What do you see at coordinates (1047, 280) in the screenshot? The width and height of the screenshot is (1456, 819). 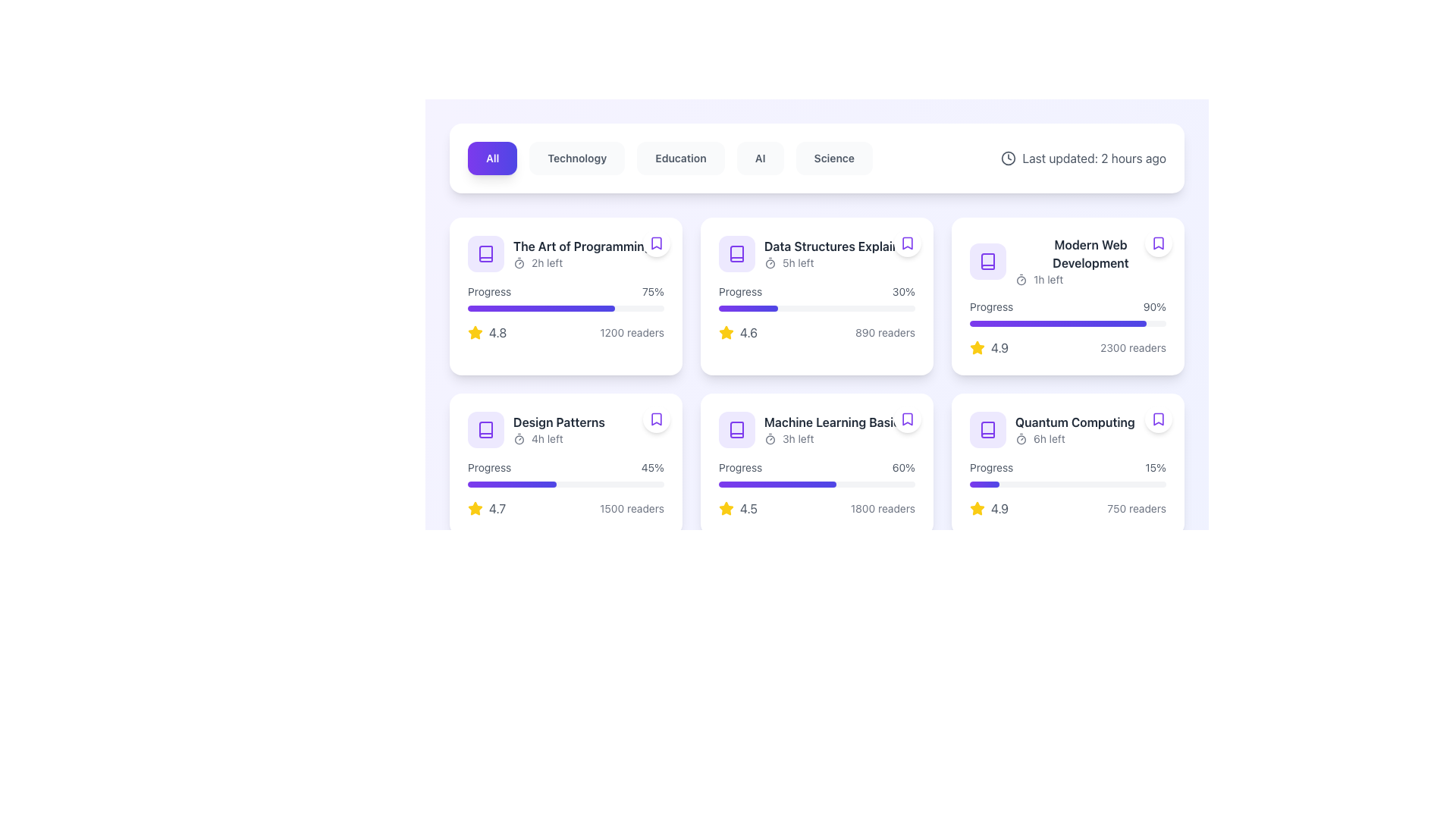 I see `the text label displaying '1h left' which is styled in small gray font, located centrally within the card for 'Modern Web Development', below the main title` at bounding box center [1047, 280].